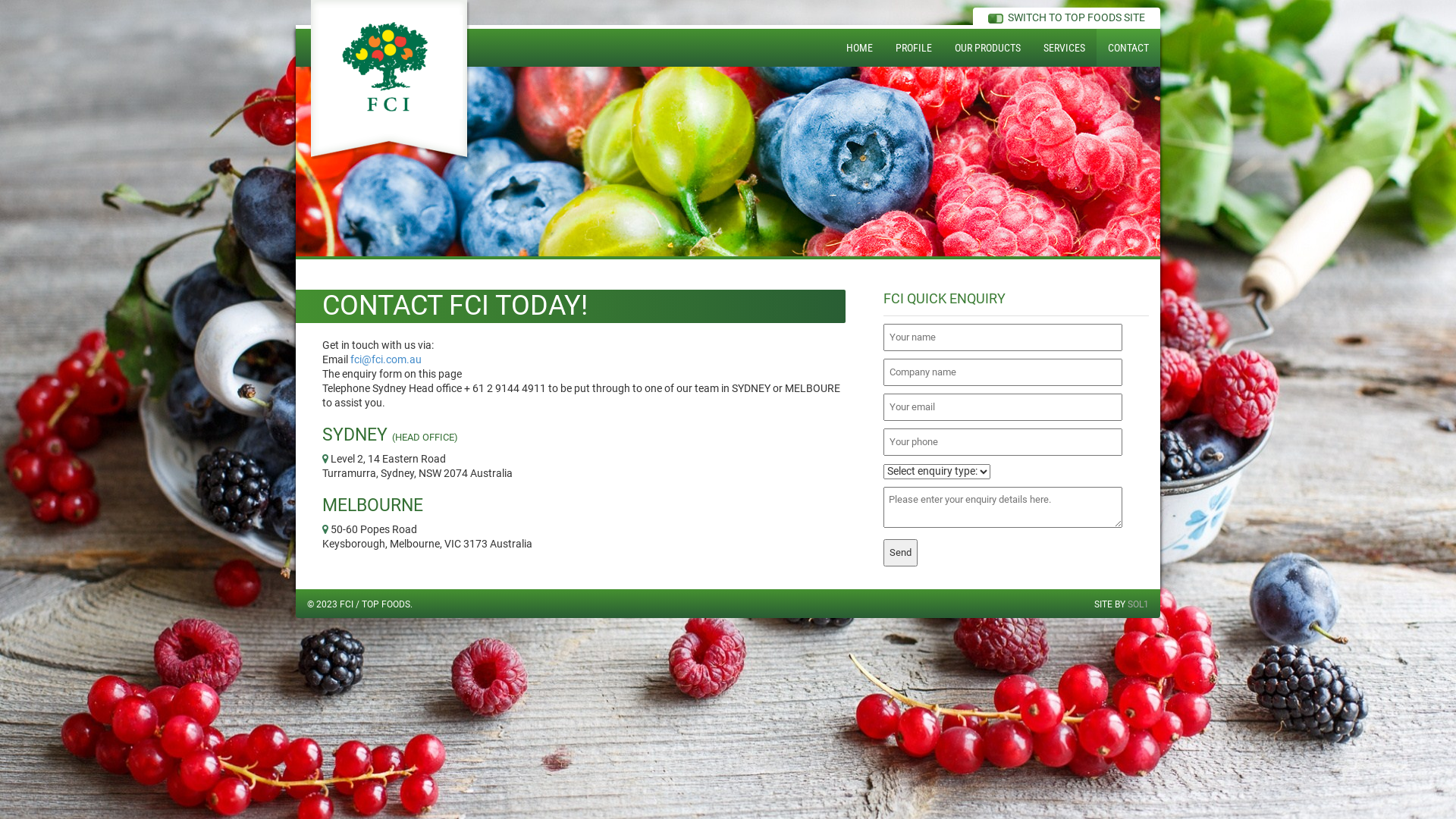 This screenshot has width=1456, height=819. Describe the element at coordinates (900, 552) in the screenshot. I see `'Send'` at that location.